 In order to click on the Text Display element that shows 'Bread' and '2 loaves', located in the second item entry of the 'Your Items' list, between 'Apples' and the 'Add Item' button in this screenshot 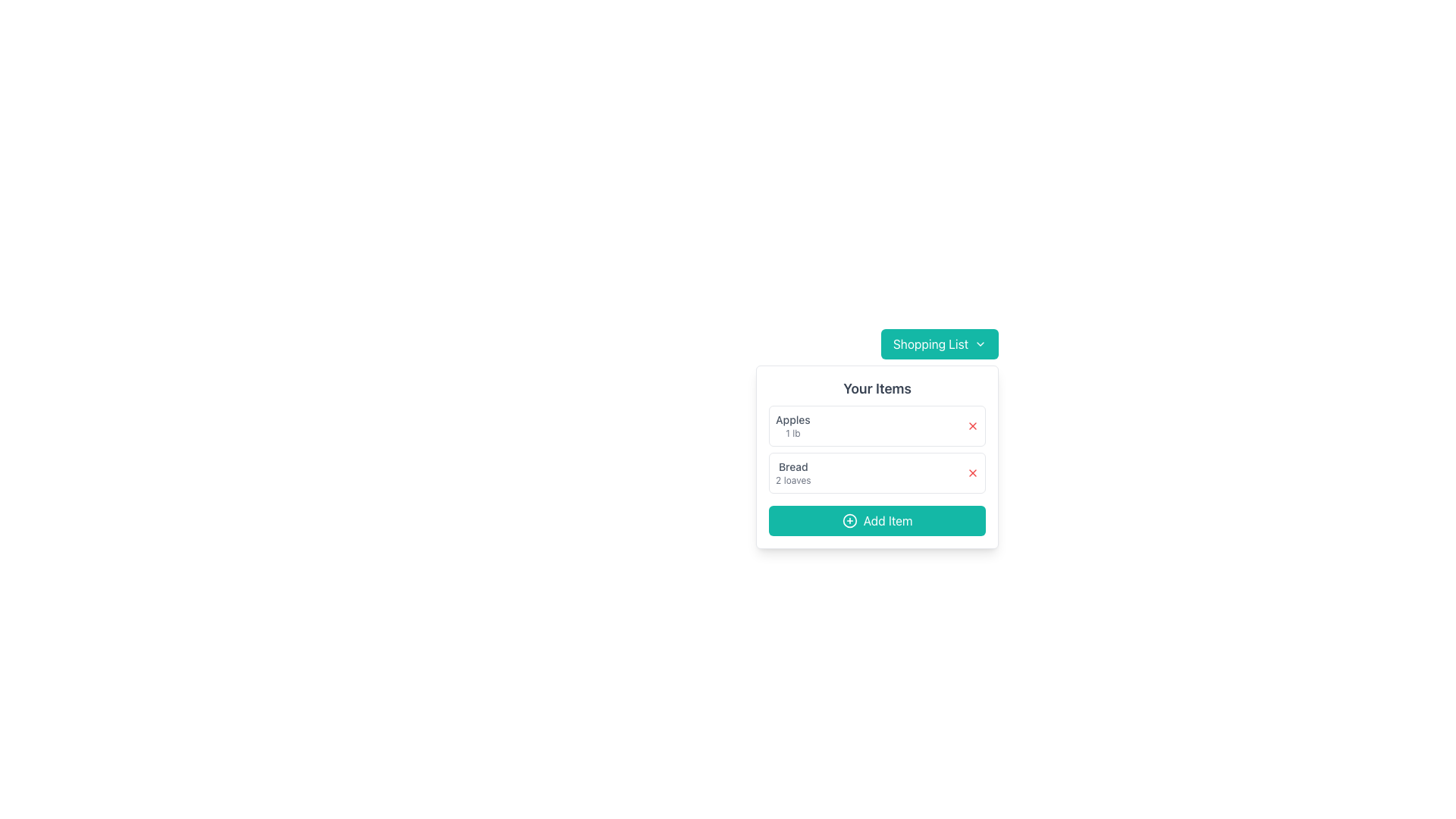, I will do `click(792, 472)`.